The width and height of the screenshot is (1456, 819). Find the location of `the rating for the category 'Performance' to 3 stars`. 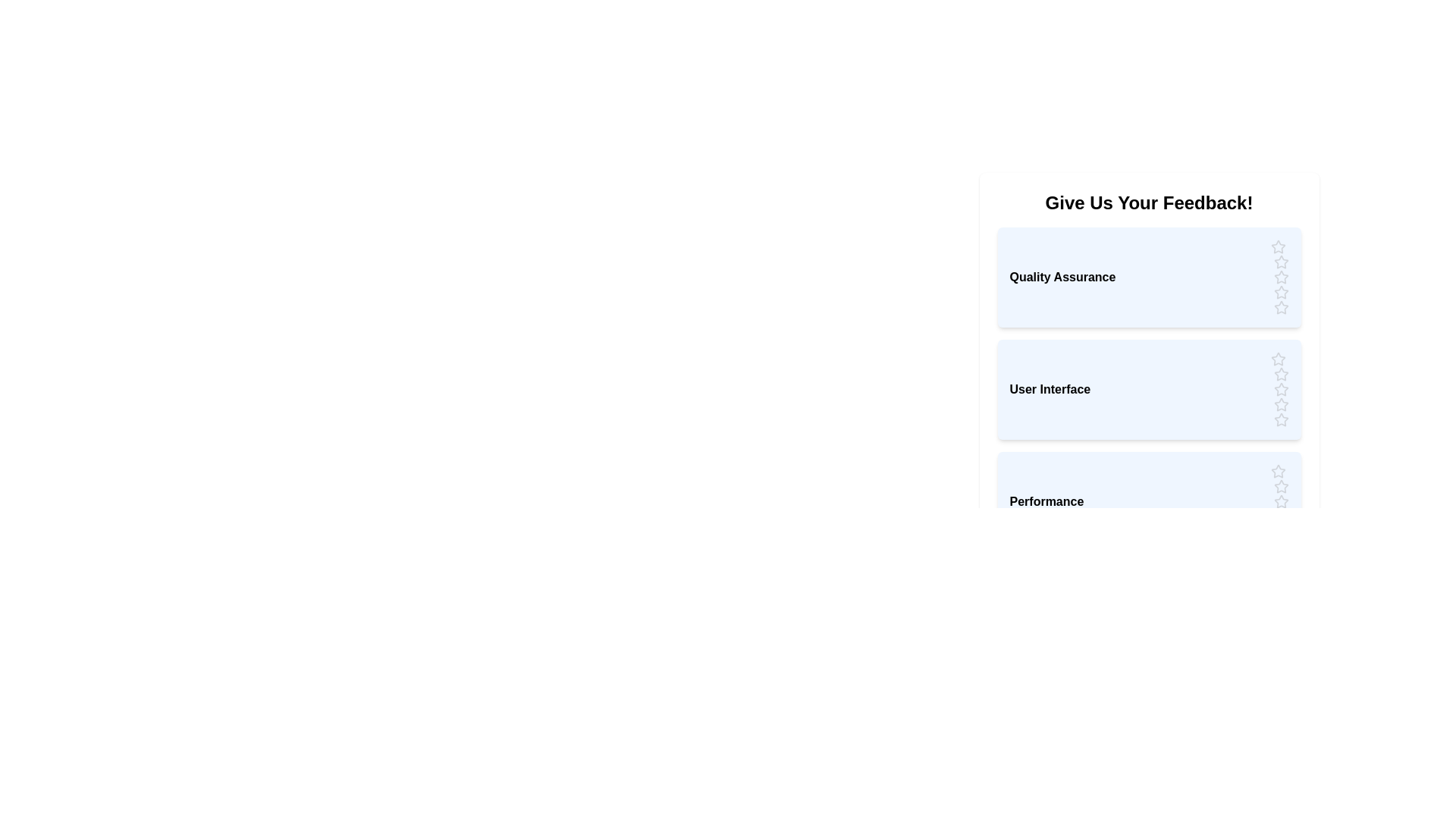

the rating for the category 'Performance' to 3 stars is located at coordinates (1280, 502).